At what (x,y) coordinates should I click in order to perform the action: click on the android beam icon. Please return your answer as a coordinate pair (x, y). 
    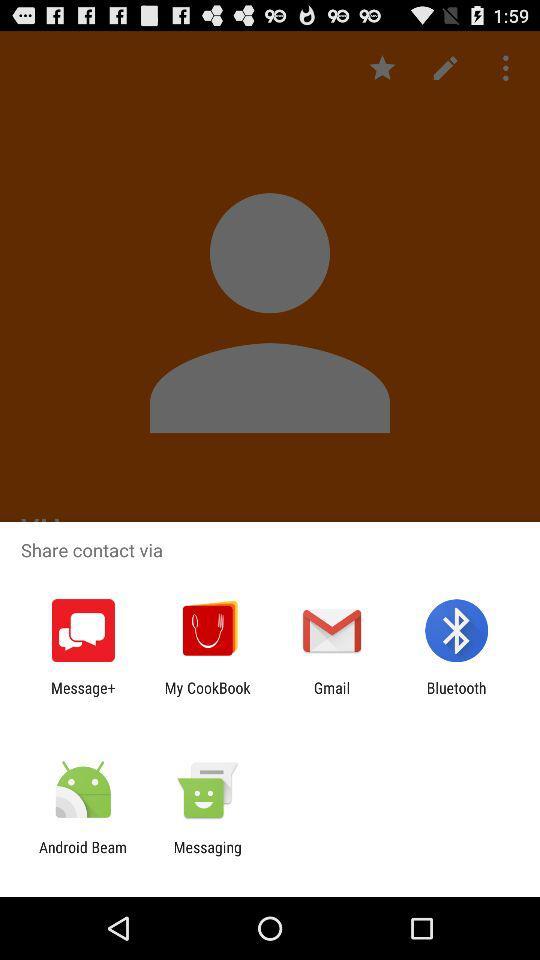
    Looking at the image, I should click on (82, 855).